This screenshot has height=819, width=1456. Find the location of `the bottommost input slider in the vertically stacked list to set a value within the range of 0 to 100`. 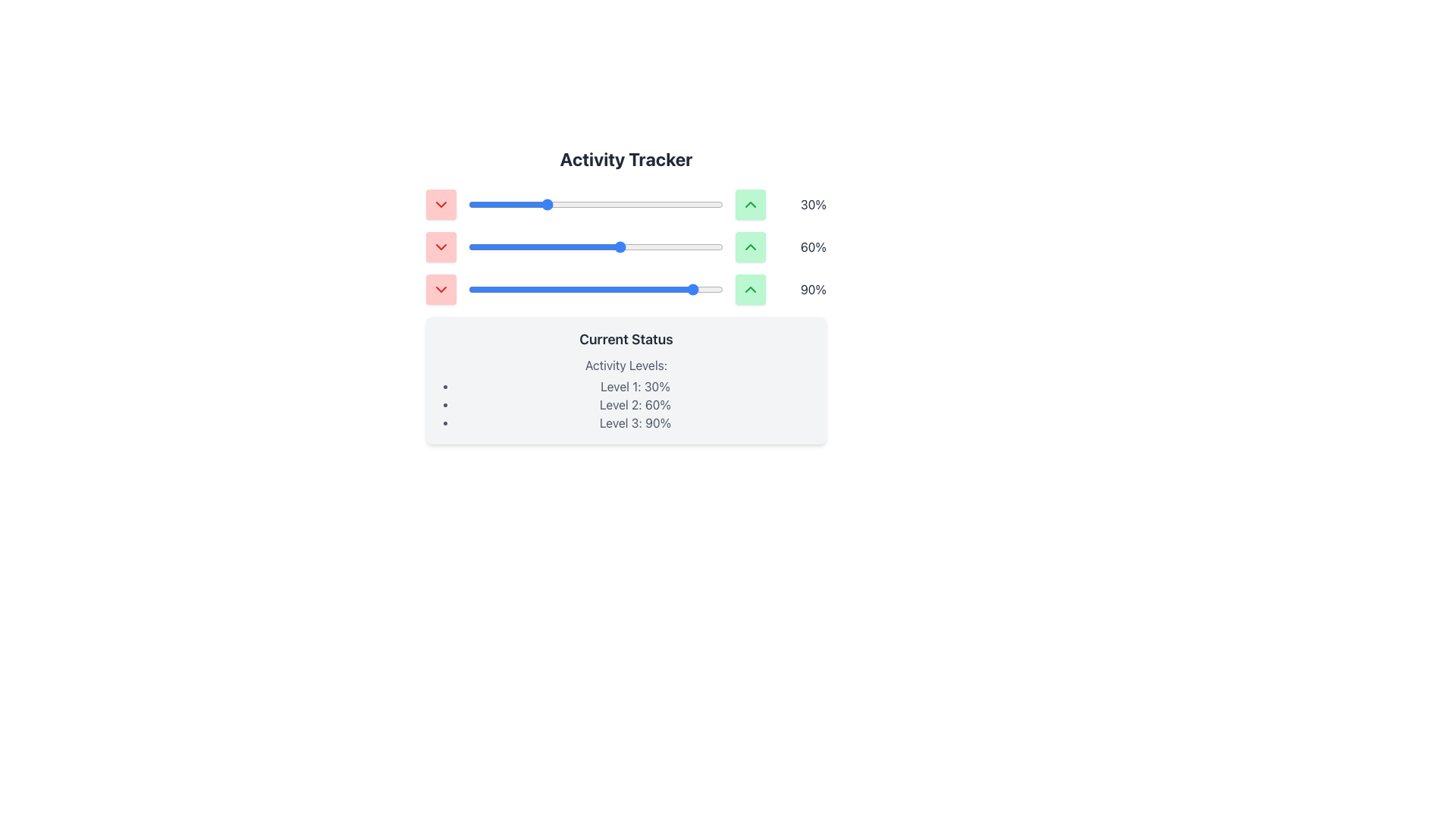

the bottommost input slider in the vertically stacked list to set a value within the range of 0 to 100 is located at coordinates (595, 289).